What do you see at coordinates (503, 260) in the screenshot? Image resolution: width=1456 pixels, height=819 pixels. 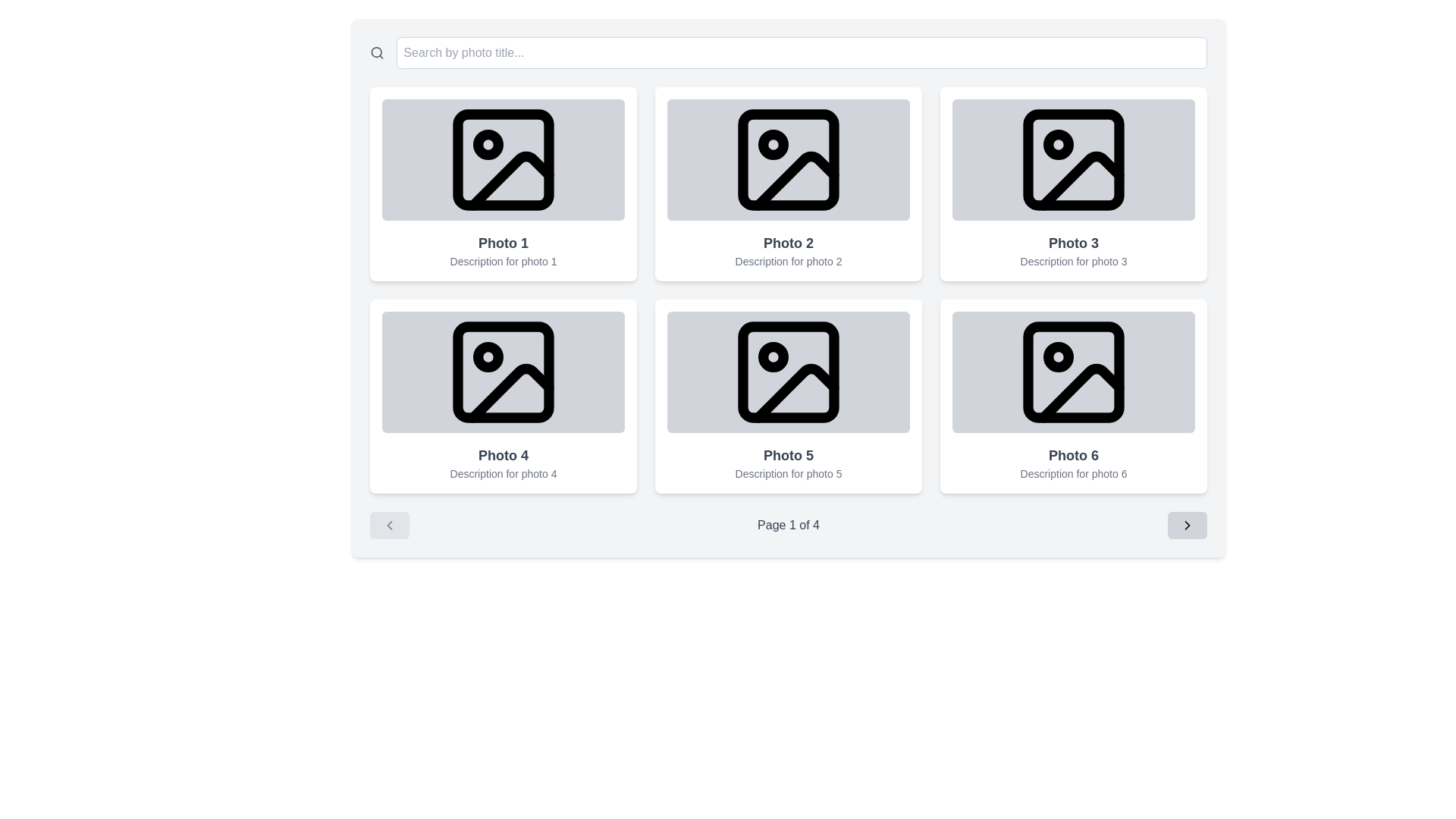 I see `the text label that reads 'Description for photo 1', which is styled with small-sized gray text and located directly below the title 'Photo 1'` at bounding box center [503, 260].